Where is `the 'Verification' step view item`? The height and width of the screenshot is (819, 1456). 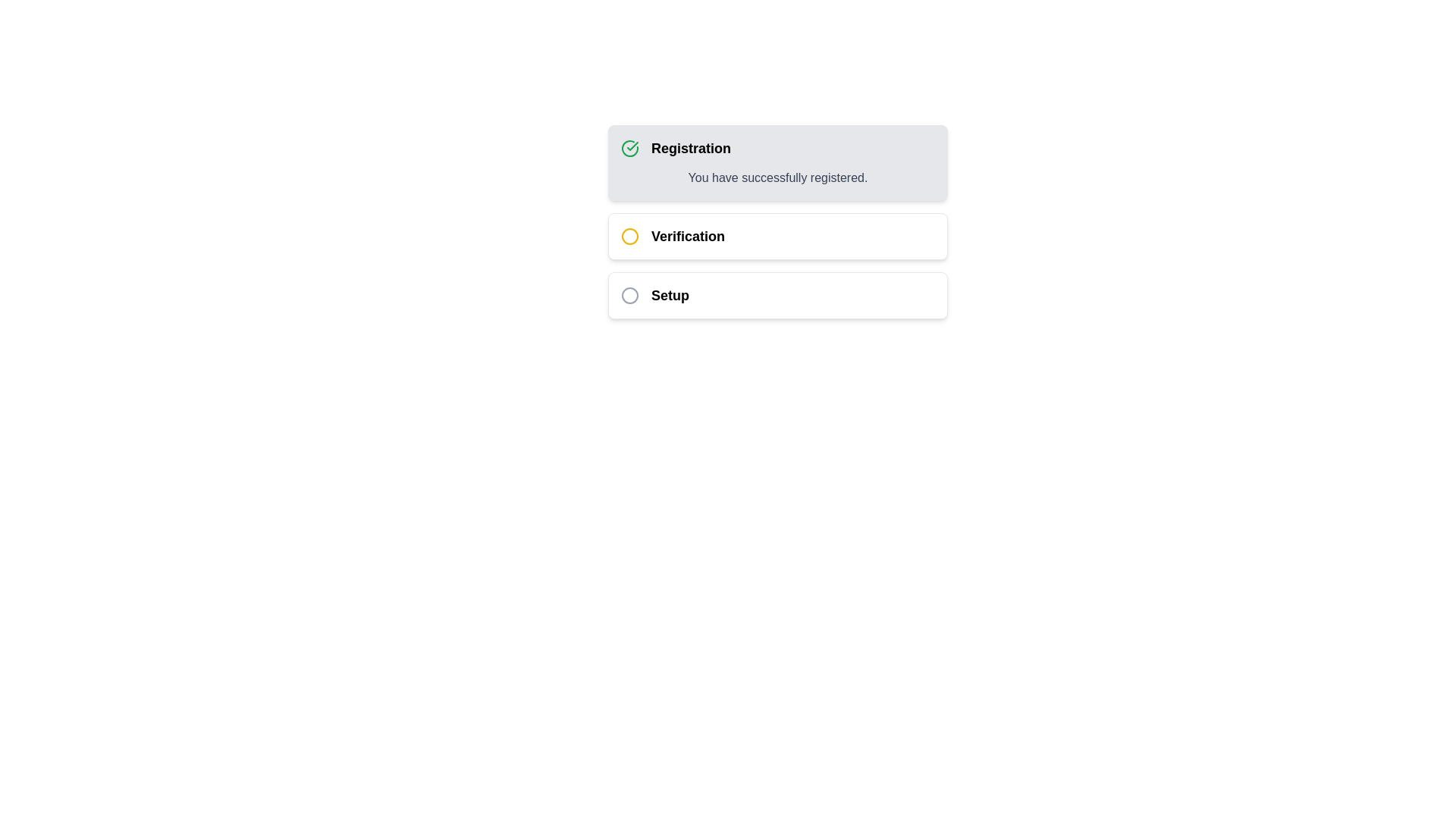 the 'Verification' step view item is located at coordinates (778, 222).